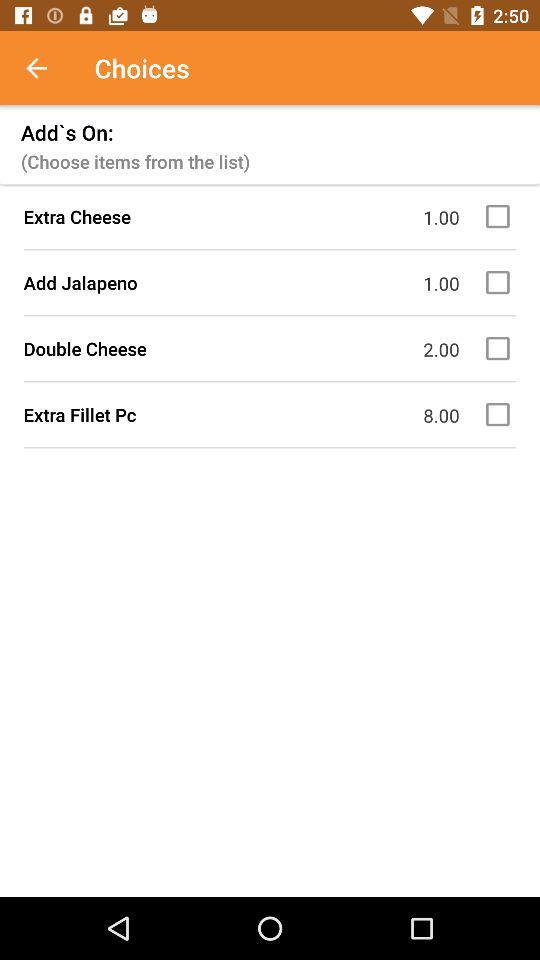 Image resolution: width=540 pixels, height=960 pixels. I want to click on extra cheese add-on, so click(500, 216).